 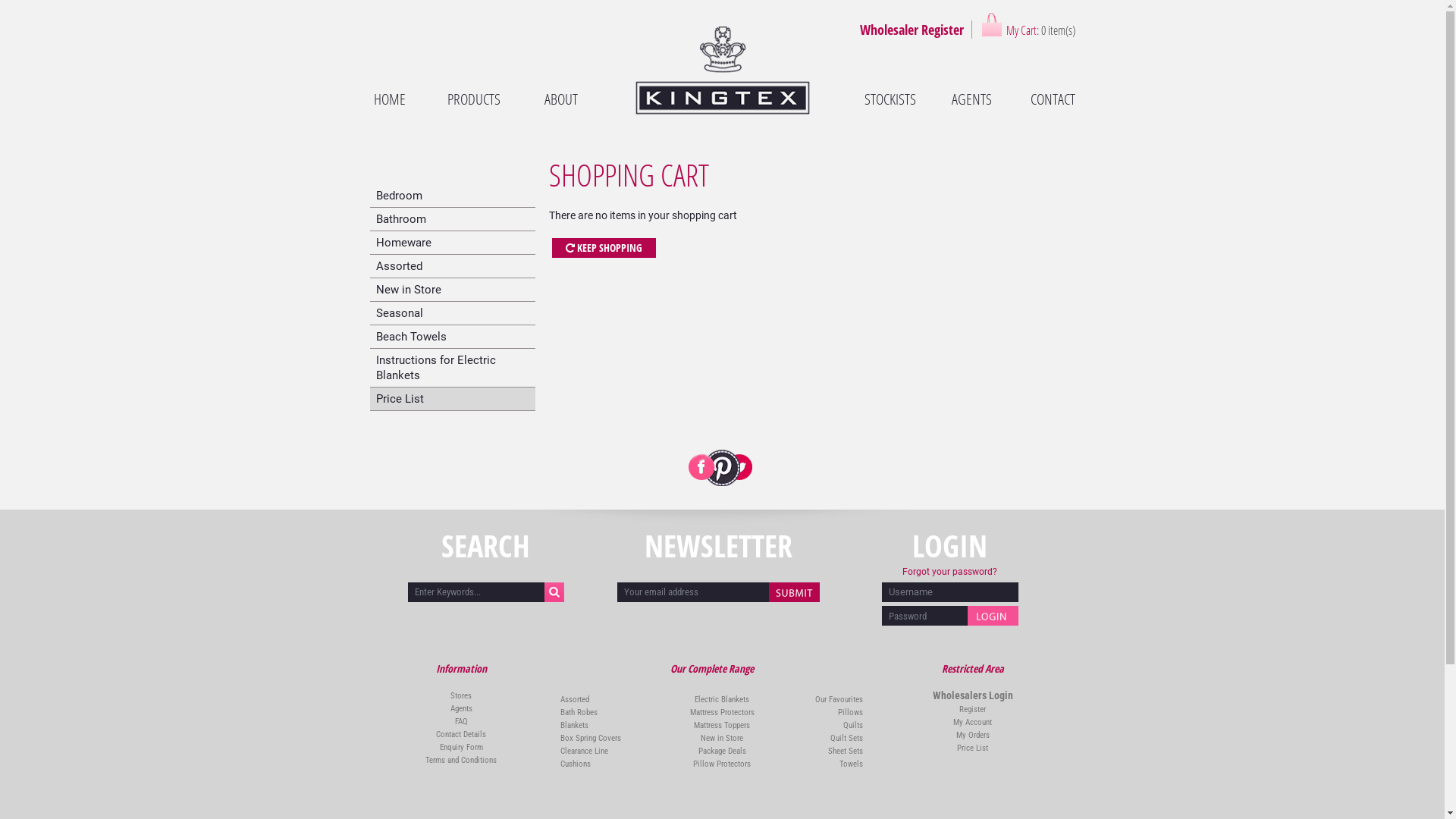 What do you see at coordinates (1028, 24) in the screenshot?
I see `'My Cart: 0 item(s)'` at bounding box center [1028, 24].